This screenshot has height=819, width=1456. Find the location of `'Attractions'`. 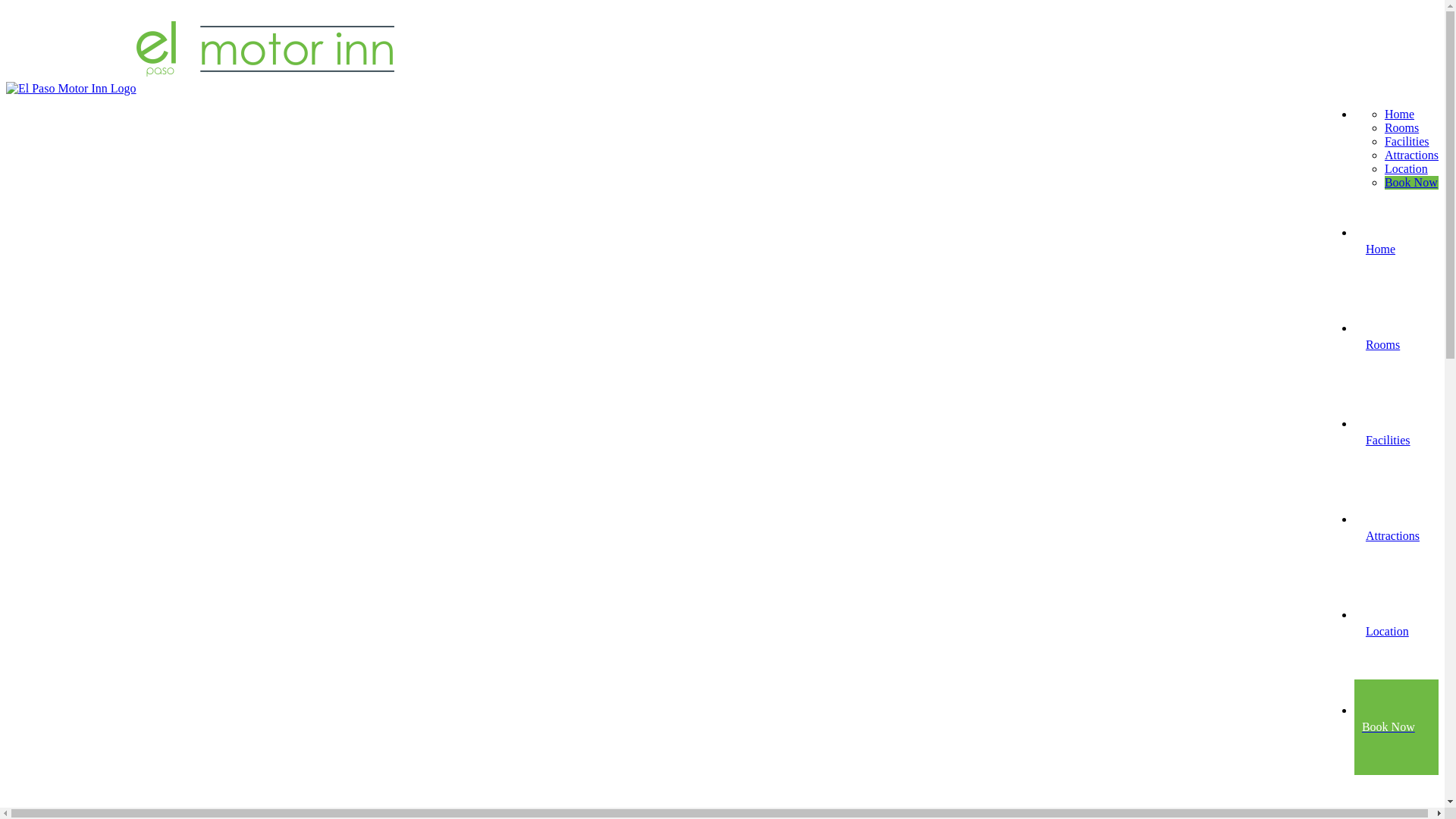

'Attractions' is located at coordinates (1395, 535).